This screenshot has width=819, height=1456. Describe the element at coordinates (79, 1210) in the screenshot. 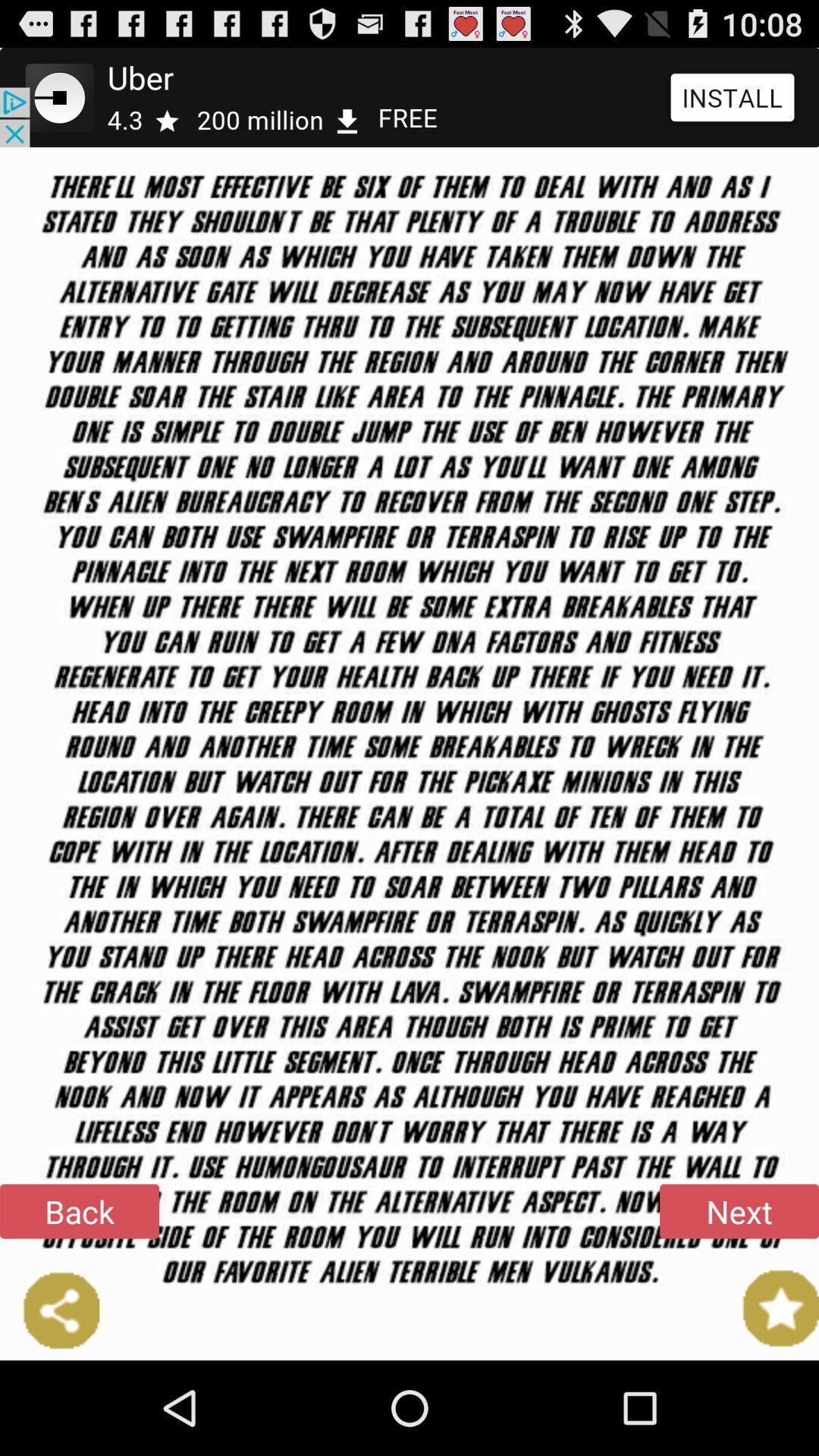

I see `the button next to the next icon` at that location.